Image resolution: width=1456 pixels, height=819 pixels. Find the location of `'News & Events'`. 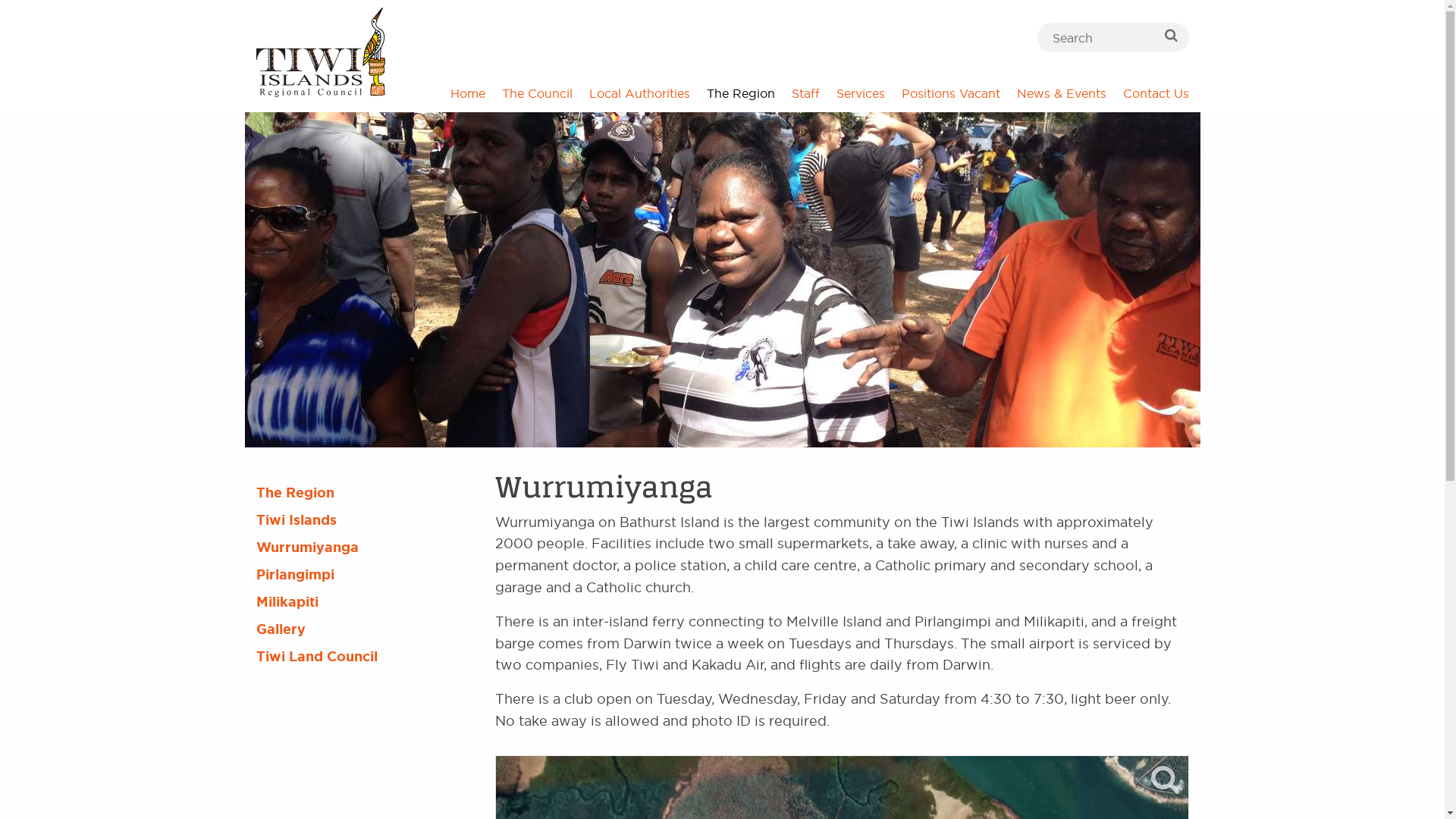

'News & Events' is located at coordinates (1061, 93).